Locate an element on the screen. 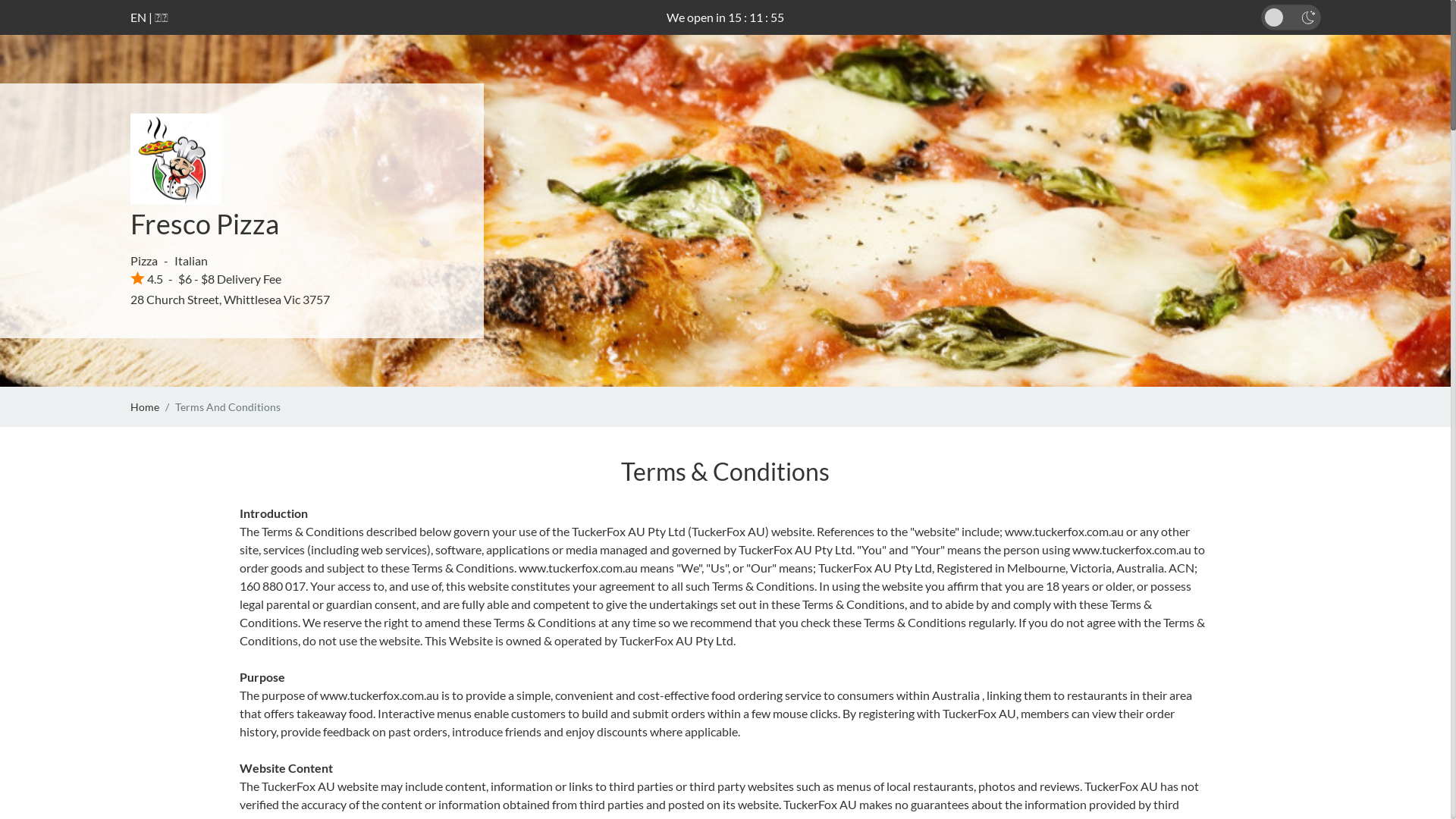  'Home' is located at coordinates (145, 406).